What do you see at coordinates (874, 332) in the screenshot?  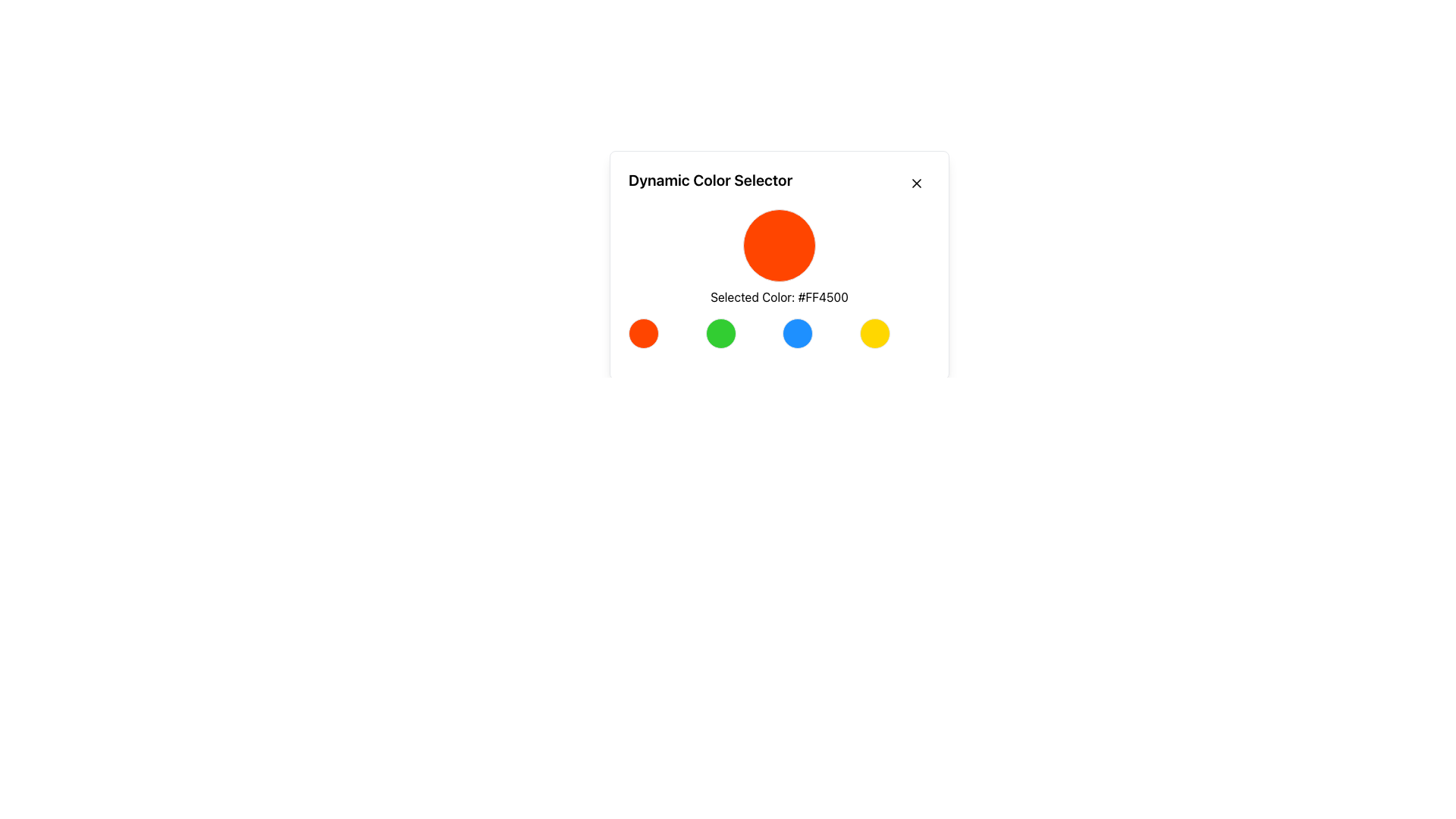 I see `the fourth button from the left in a grid of buttons, located at the rightmost position below an orange preview circle` at bounding box center [874, 332].